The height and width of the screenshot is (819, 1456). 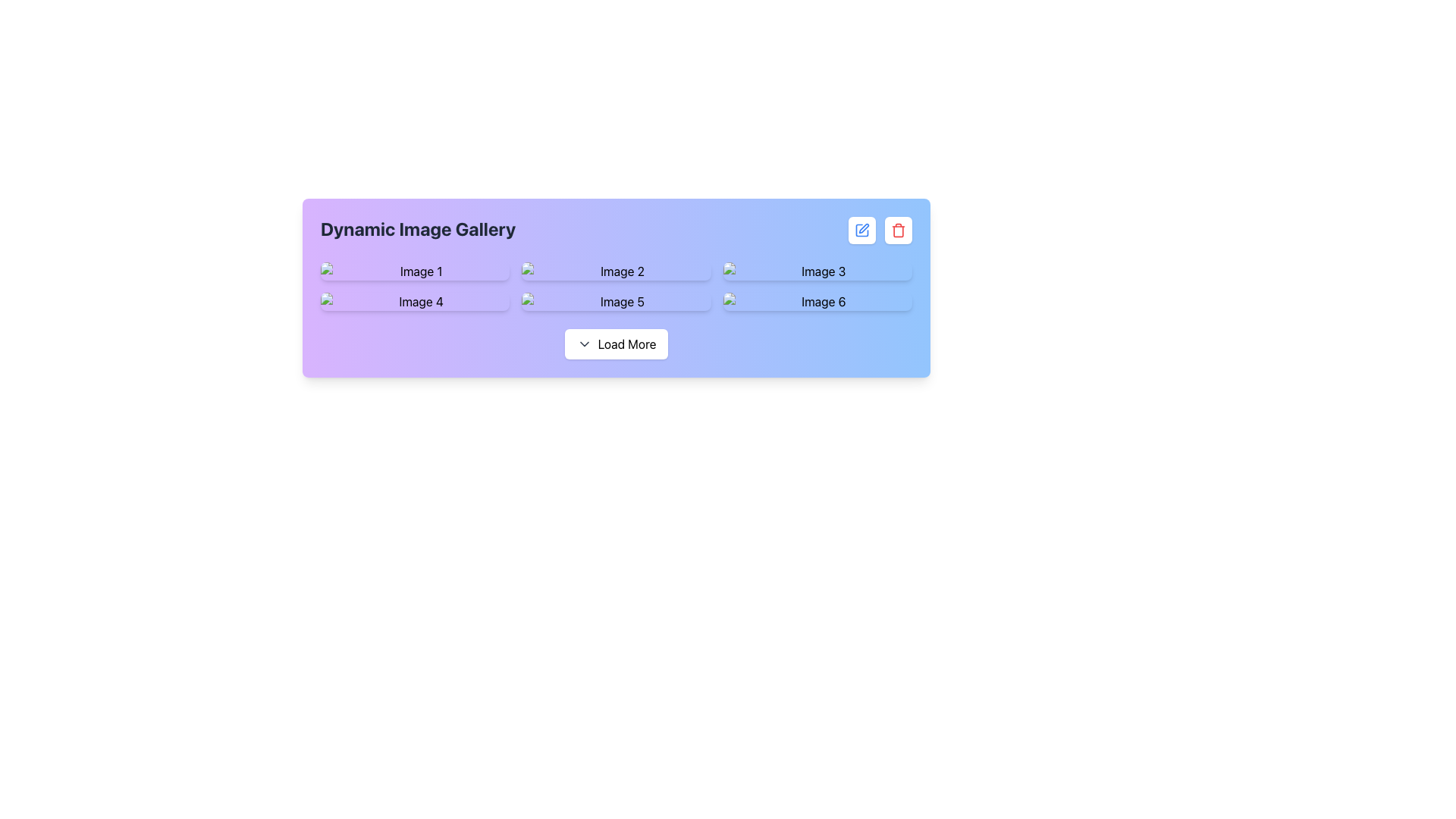 I want to click on the downwards-pointing chevron icon located within the 'Load More' button, which is positioned next to its text label, so click(x=583, y=344).